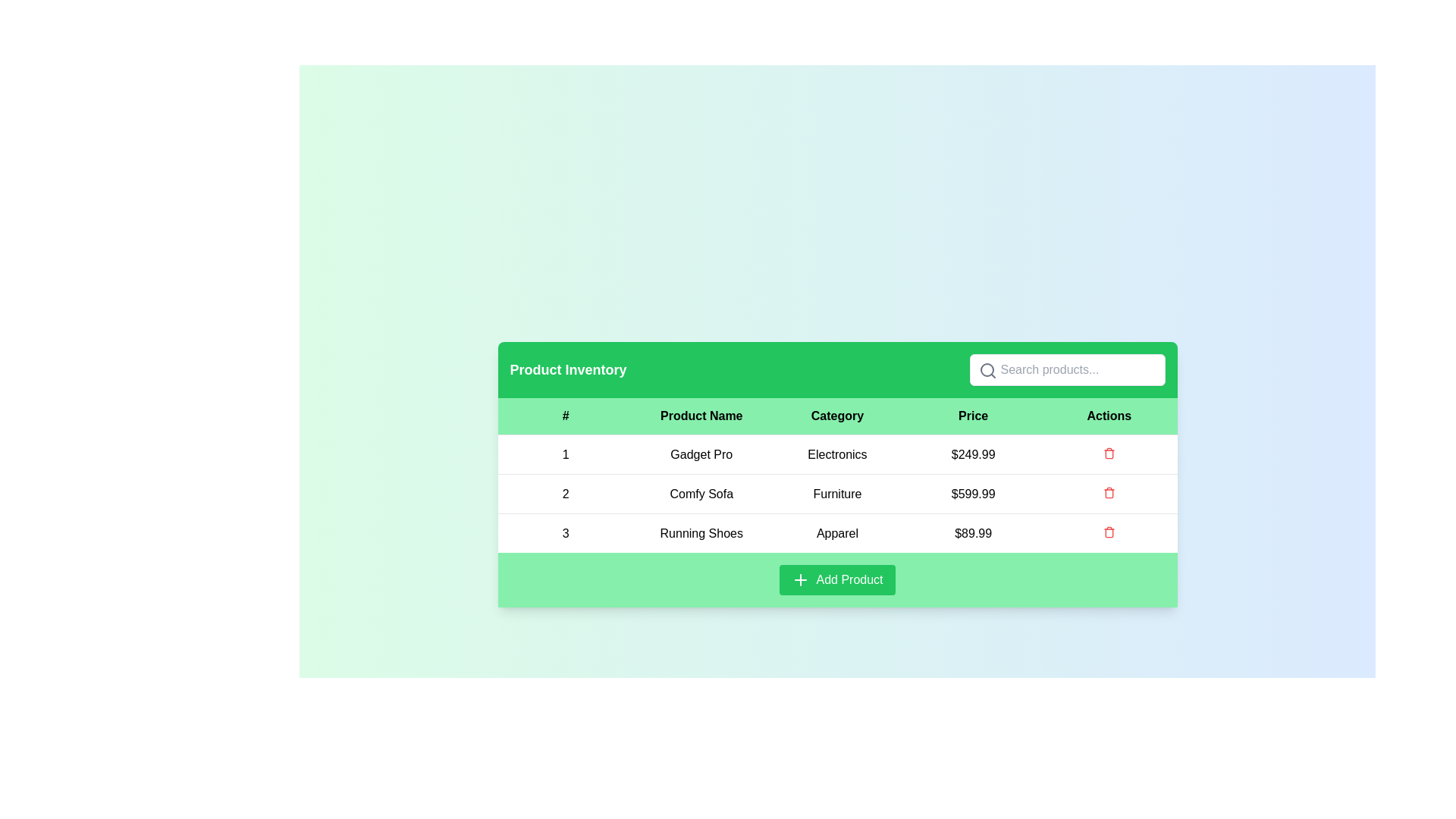  I want to click on the red circular button with a trash can icon, so click(1109, 493).